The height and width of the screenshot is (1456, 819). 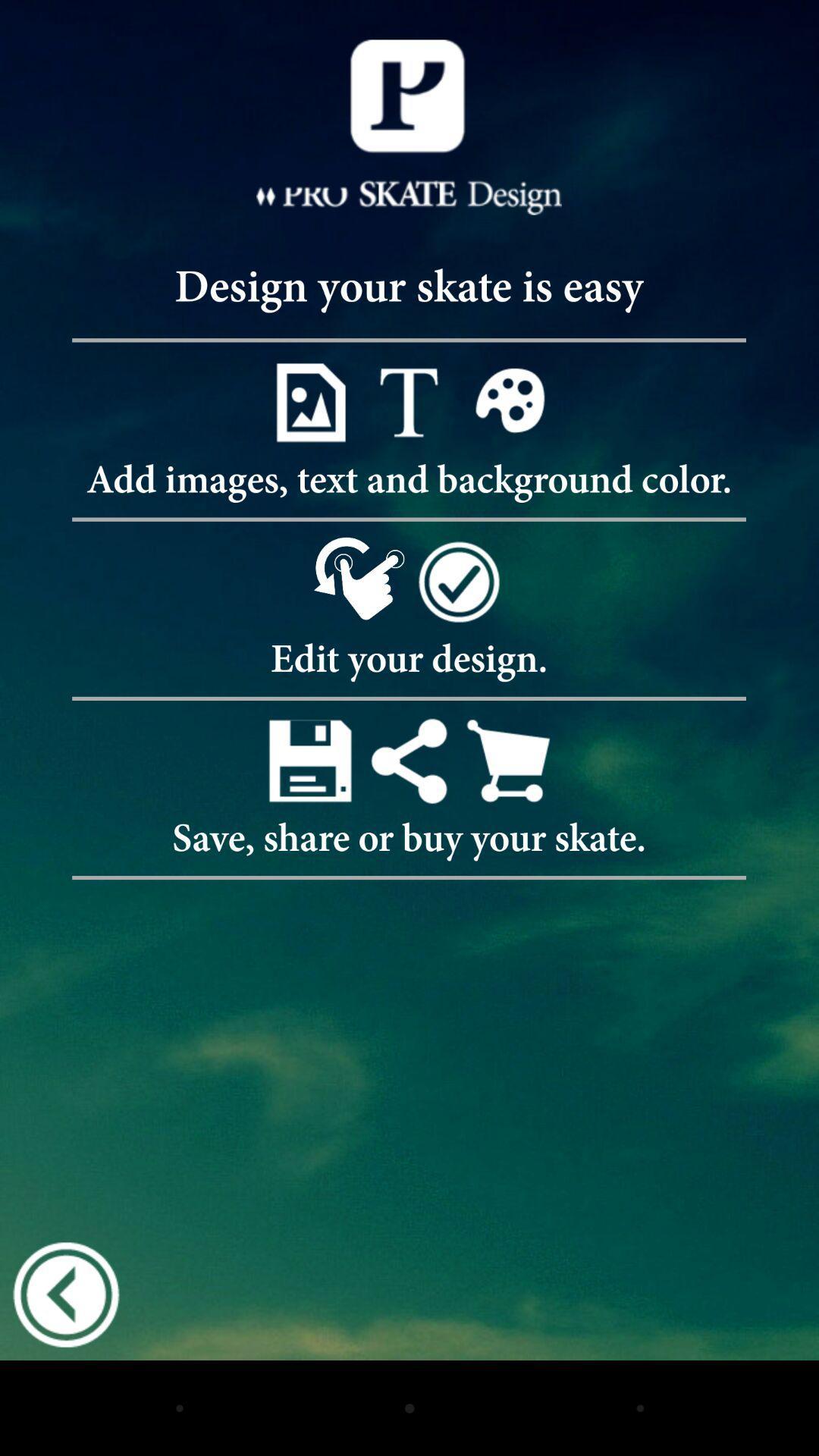 What do you see at coordinates (508, 761) in the screenshot?
I see `check out cart` at bounding box center [508, 761].